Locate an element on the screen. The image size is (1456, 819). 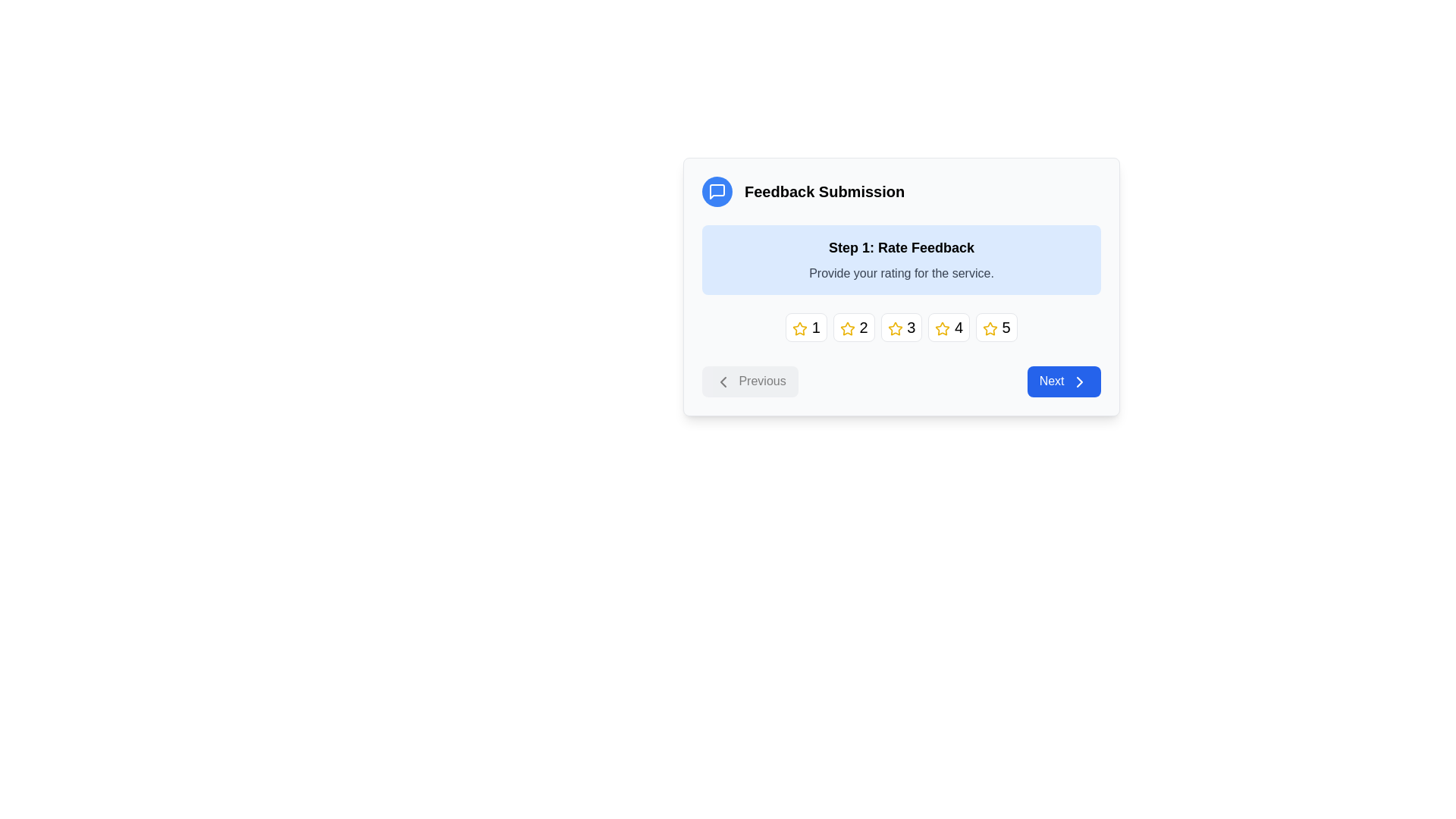
the circular icon with a blue background and a white speech bubble symbol, which is positioned to the left of the text header 'Feedback Submission' is located at coordinates (716, 191).